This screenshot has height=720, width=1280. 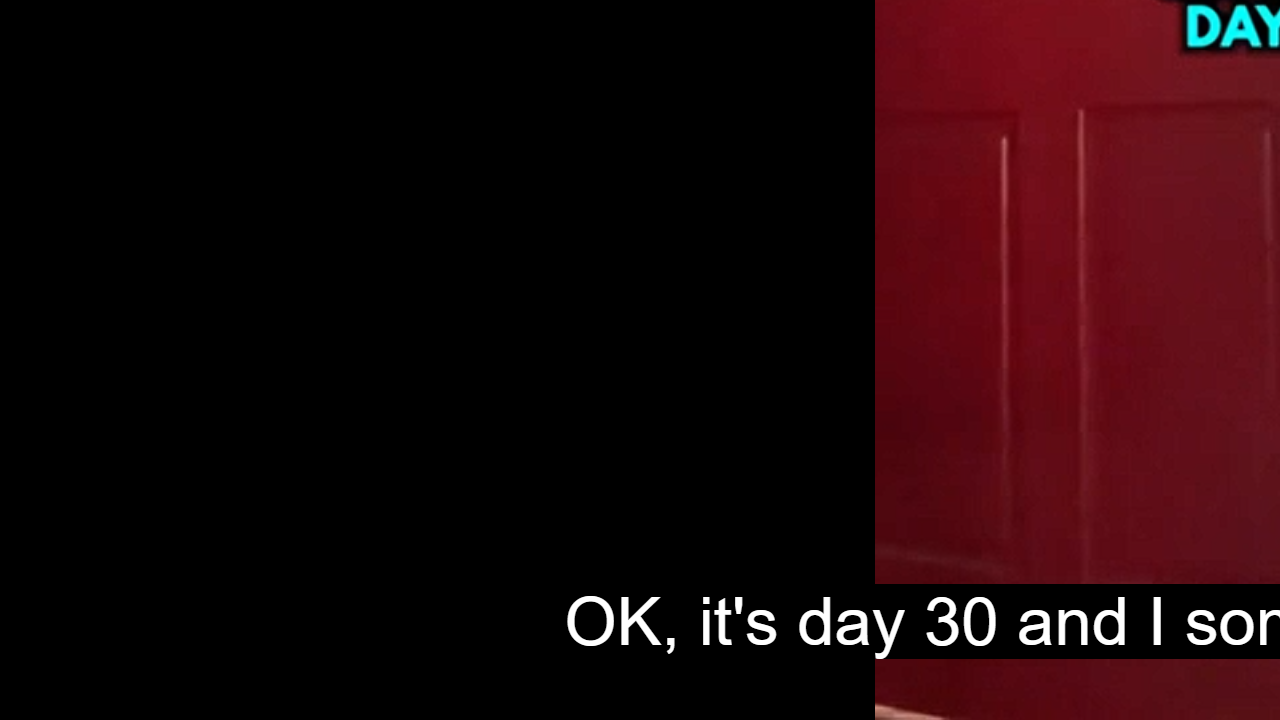 I want to click on 'Seek Back', so click(x=69, y=696).